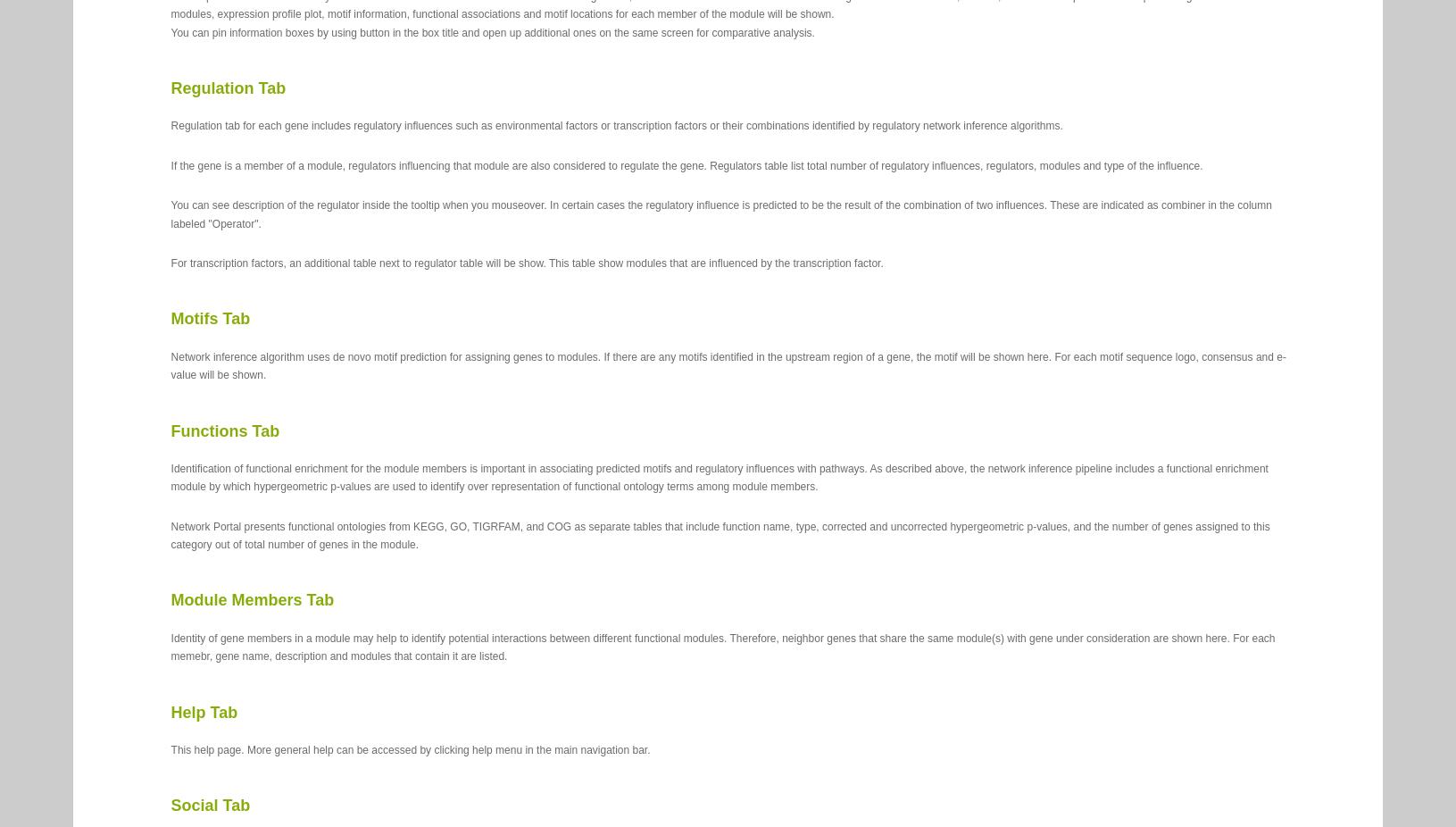 This screenshot has width=1456, height=827. What do you see at coordinates (223, 429) in the screenshot?
I see `'Functions Tab'` at bounding box center [223, 429].